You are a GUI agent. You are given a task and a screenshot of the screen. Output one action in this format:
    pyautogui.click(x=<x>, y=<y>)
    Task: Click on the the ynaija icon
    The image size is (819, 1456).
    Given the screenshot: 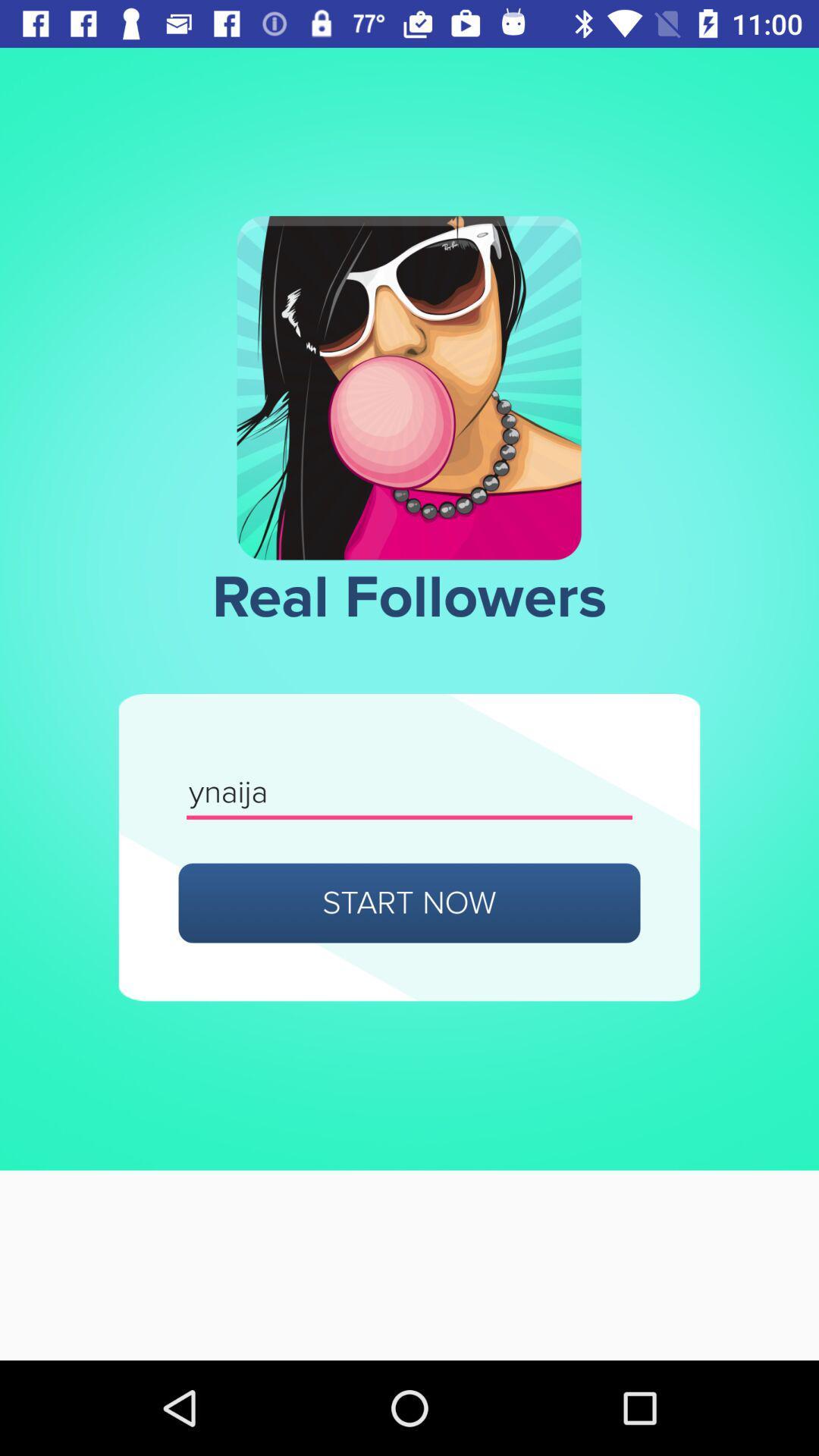 What is the action you would take?
    pyautogui.click(x=409, y=792)
    